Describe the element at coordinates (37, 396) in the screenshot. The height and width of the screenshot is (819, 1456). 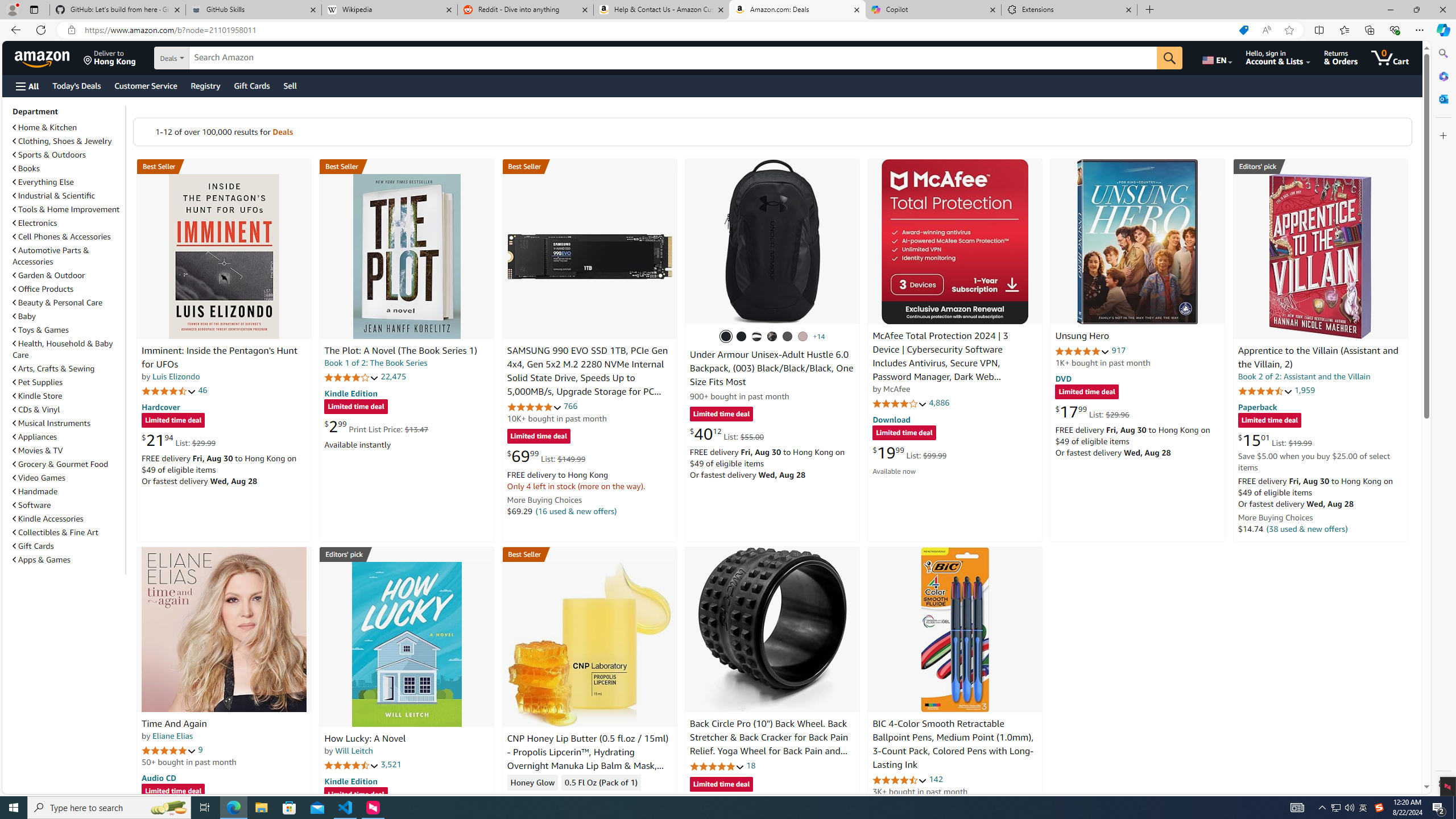
I see `'Kindle Store'` at that location.